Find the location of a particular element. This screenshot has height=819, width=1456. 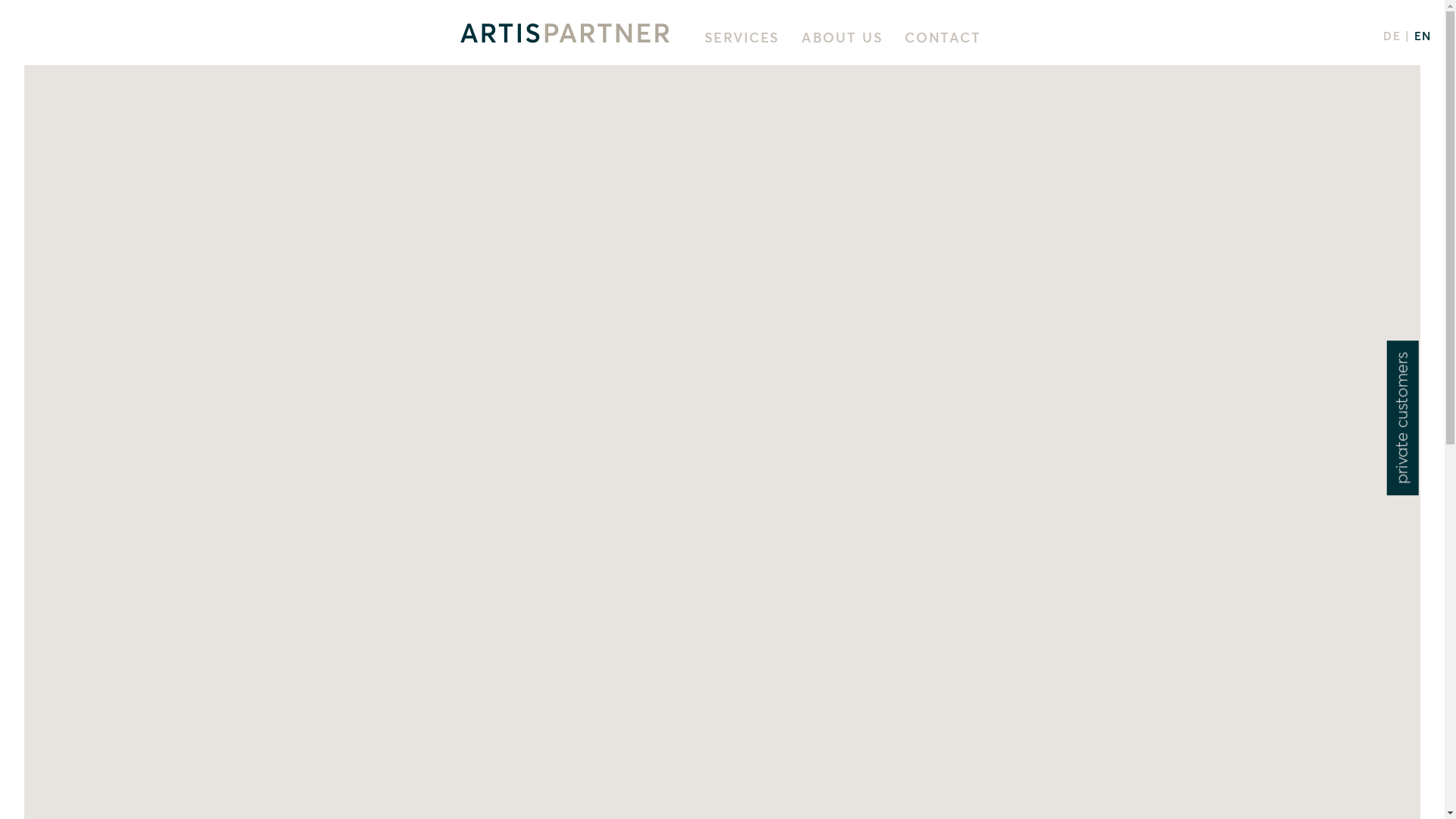

'CONTACT' is located at coordinates (942, 37).